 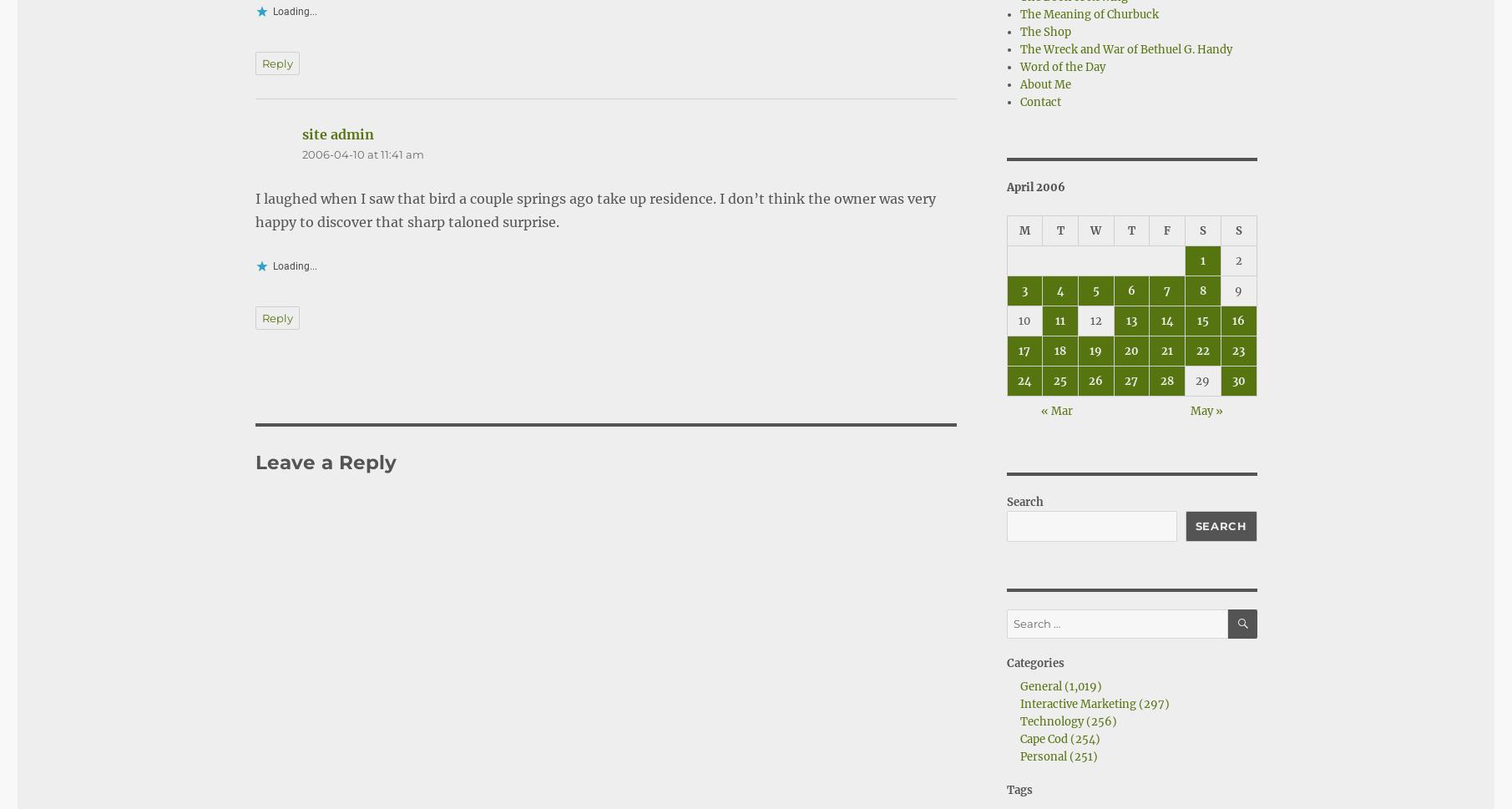 What do you see at coordinates (1060, 380) in the screenshot?
I see `'25'` at bounding box center [1060, 380].